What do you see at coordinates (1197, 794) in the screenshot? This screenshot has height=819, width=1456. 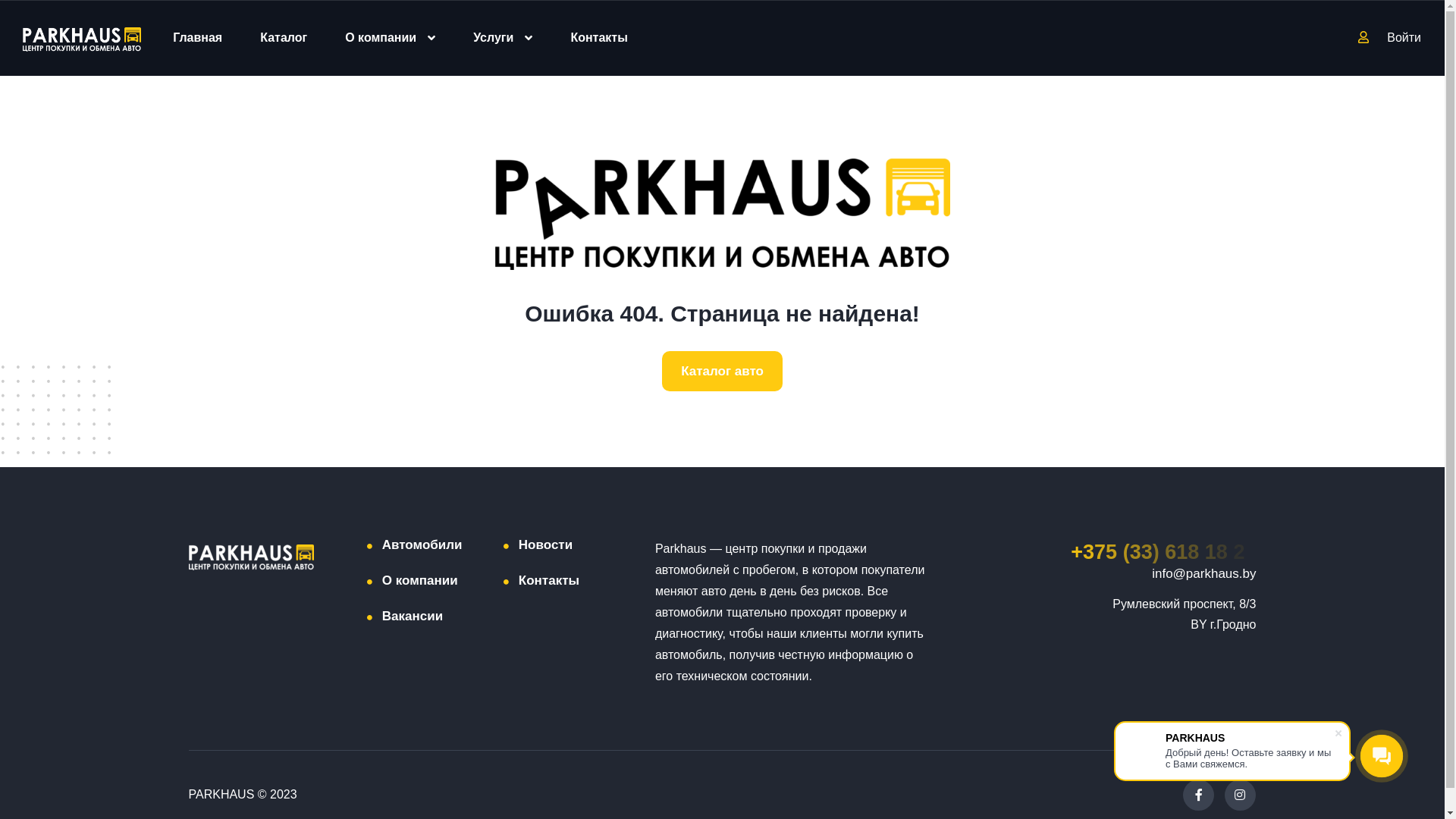 I see `'Facebook'` at bounding box center [1197, 794].